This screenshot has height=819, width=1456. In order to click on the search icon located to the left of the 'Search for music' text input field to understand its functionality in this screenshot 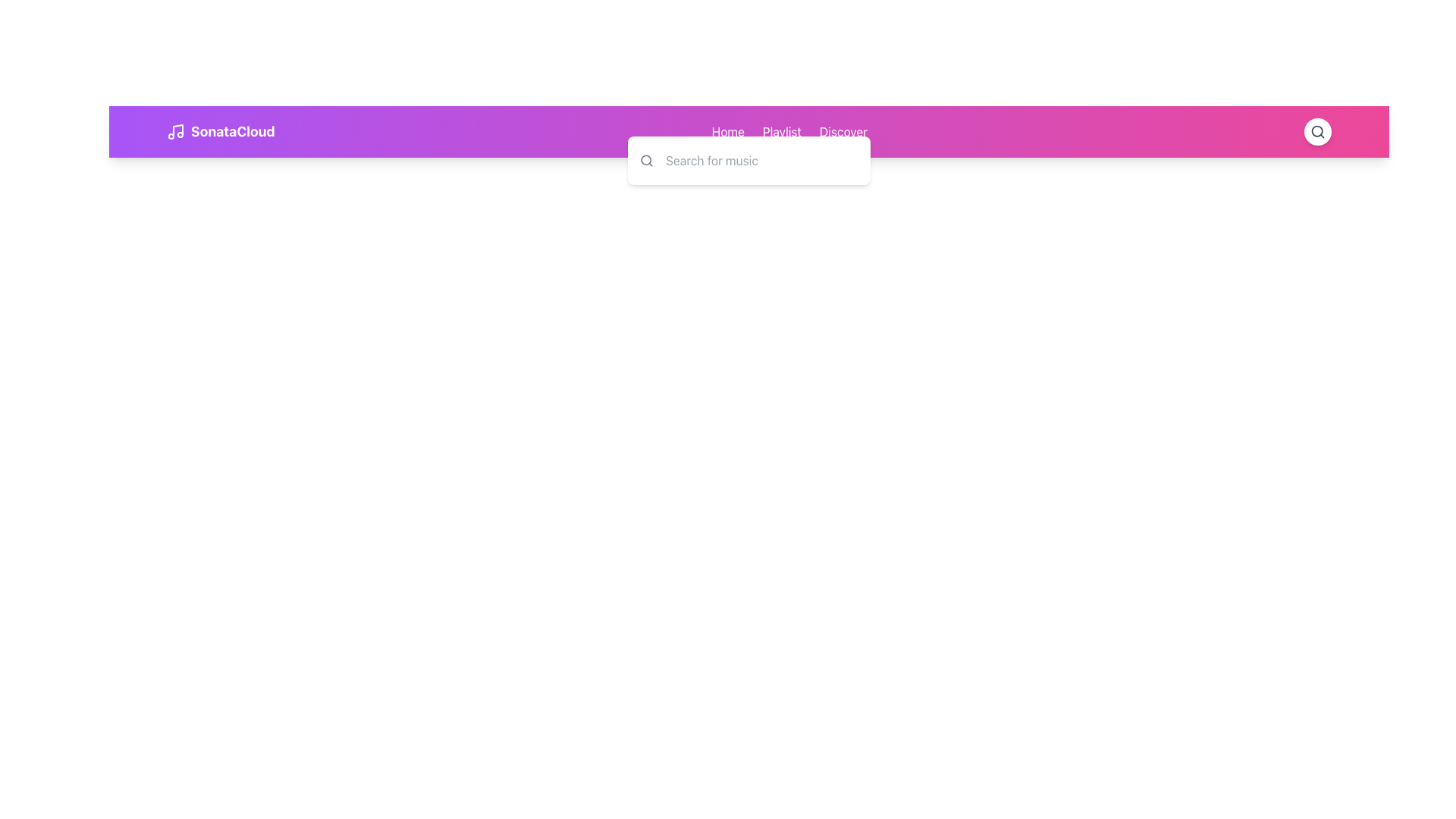, I will do `click(647, 161)`.